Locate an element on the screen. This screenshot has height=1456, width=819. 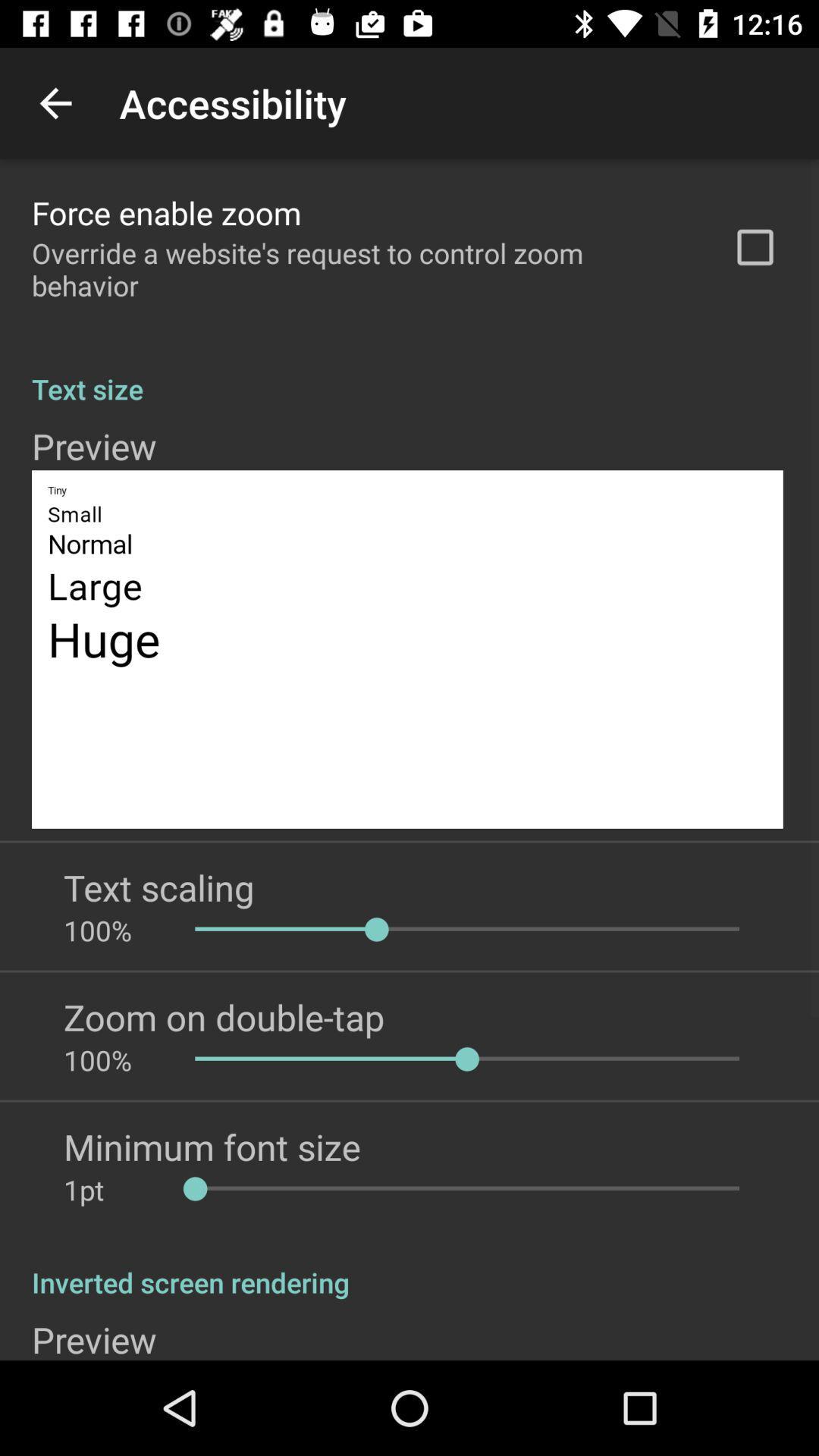
the minimum font size is located at coordinates (212, 1147).